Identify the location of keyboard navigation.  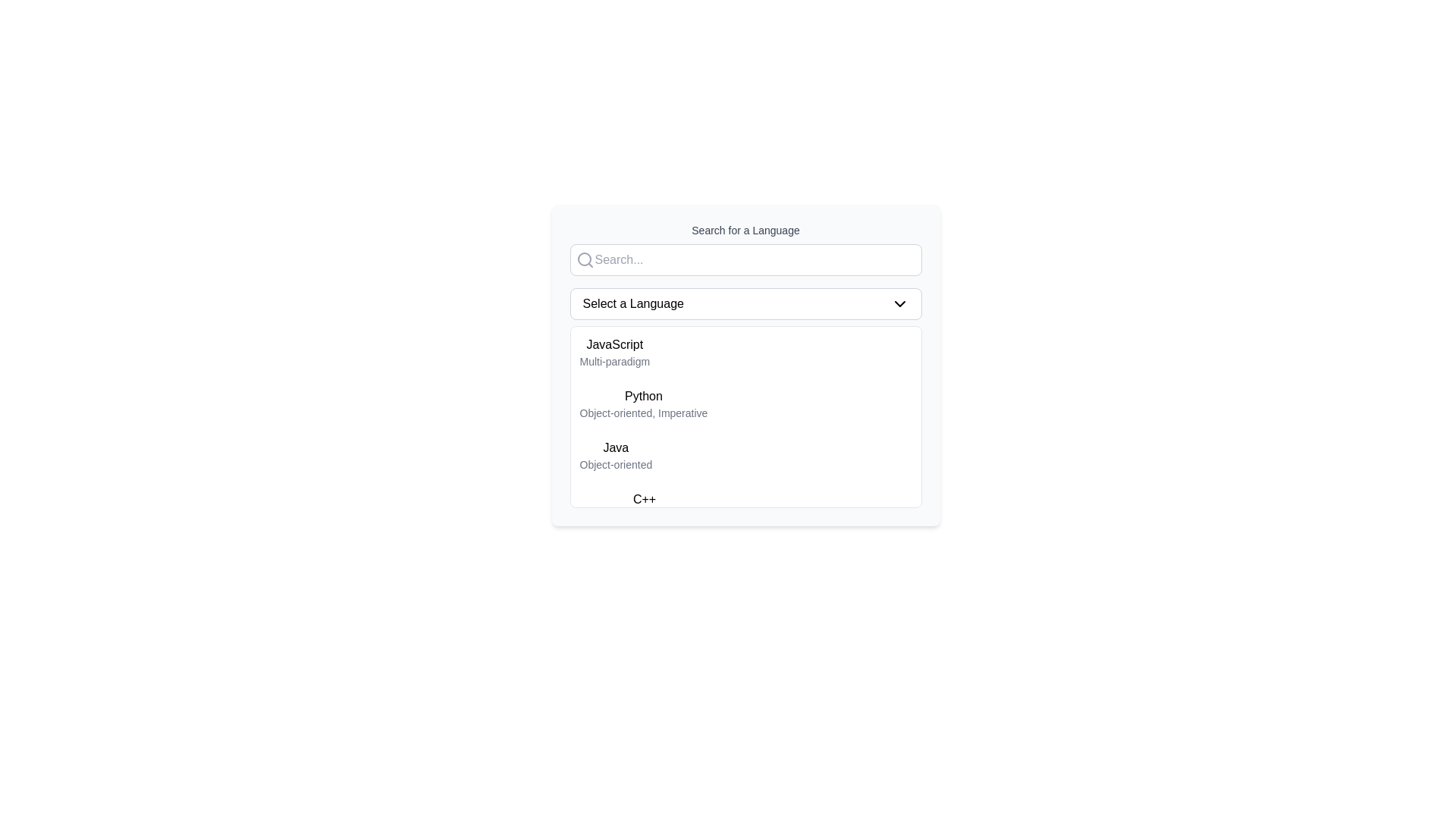
(745, 417).